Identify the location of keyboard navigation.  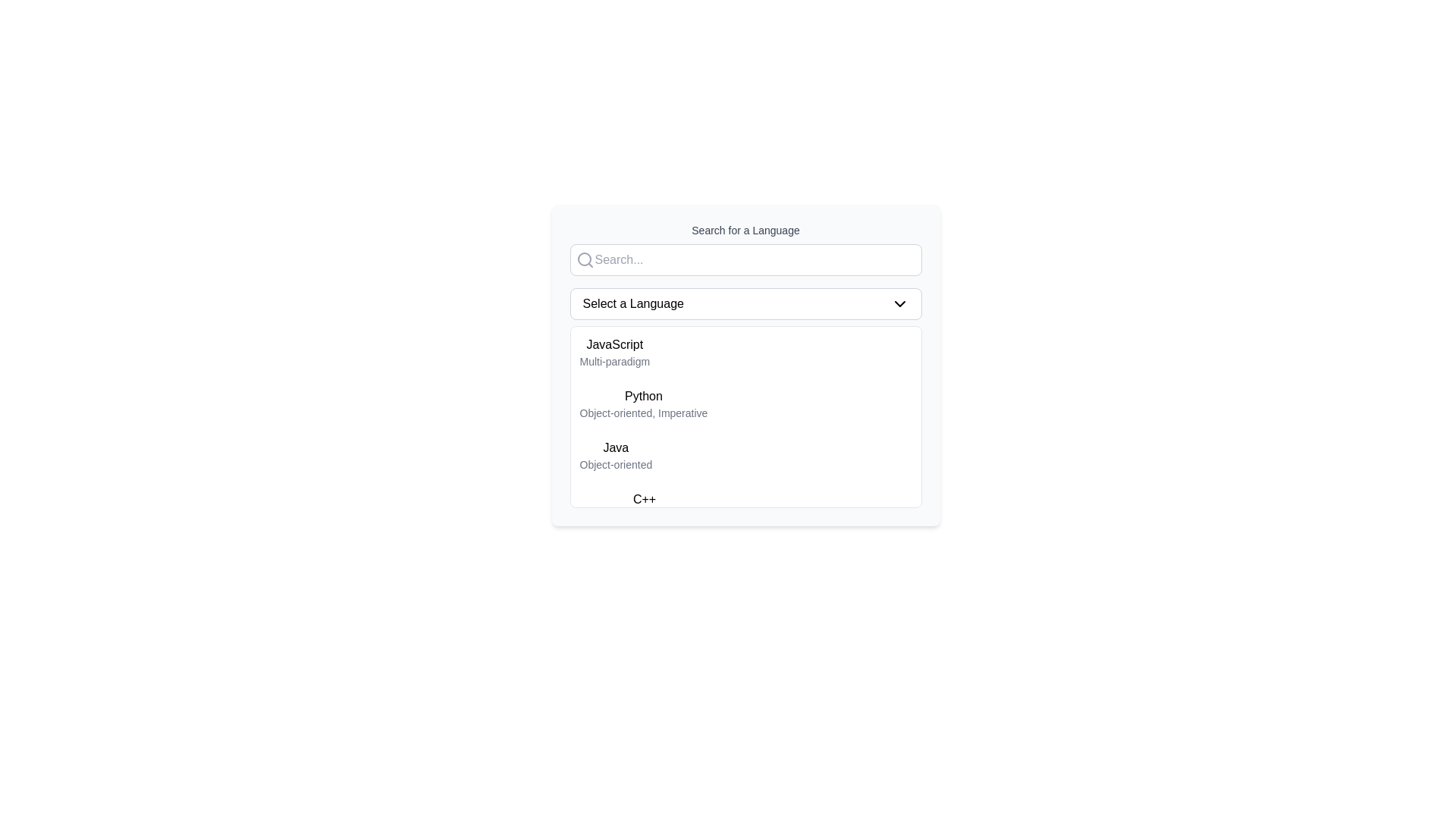
(745, 417).